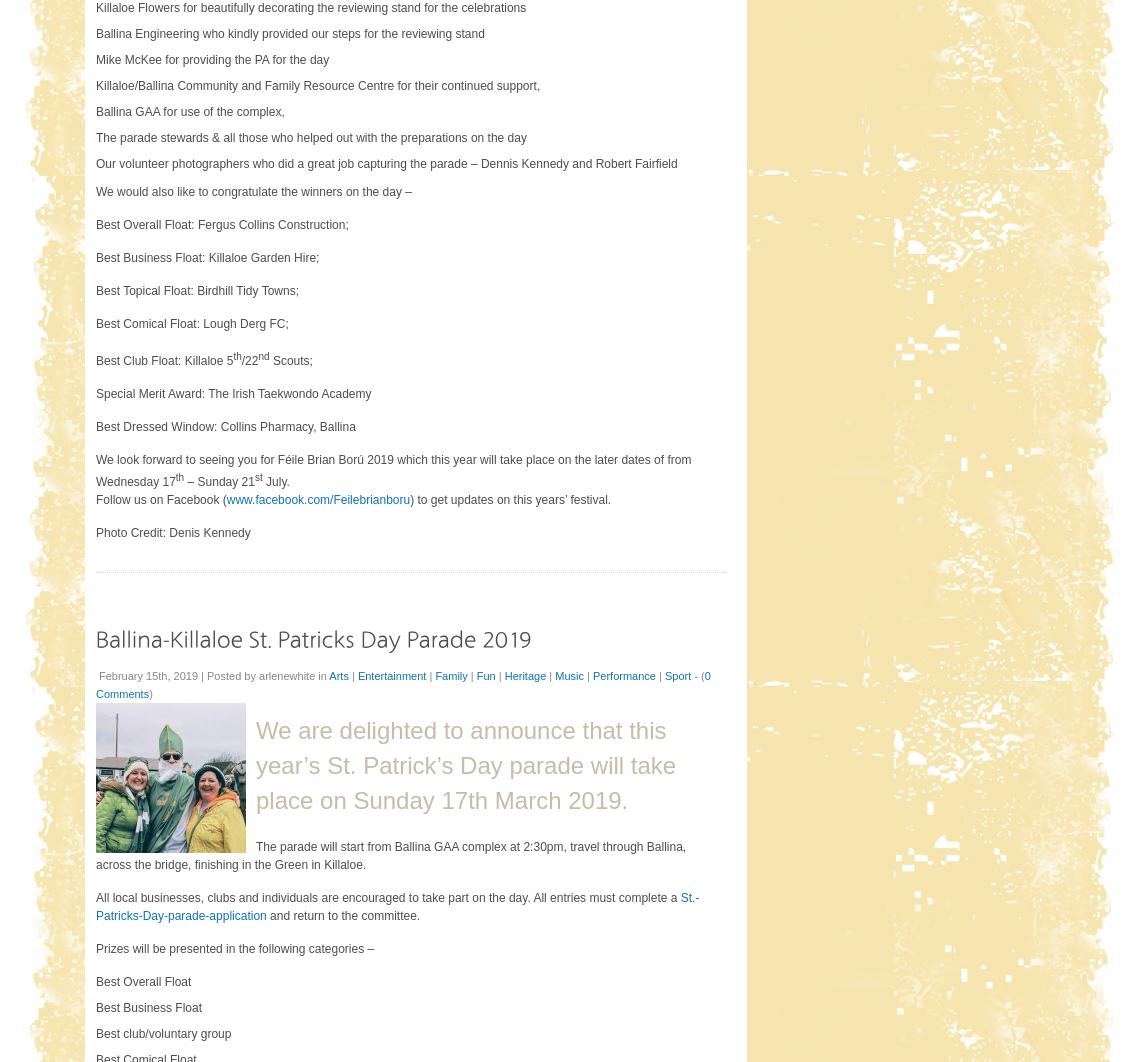 This screenshot has width=1140, height=1062. Describe the element at coordinates (390, 675) in the screenshot. I see `'Entertainment'` at that location.